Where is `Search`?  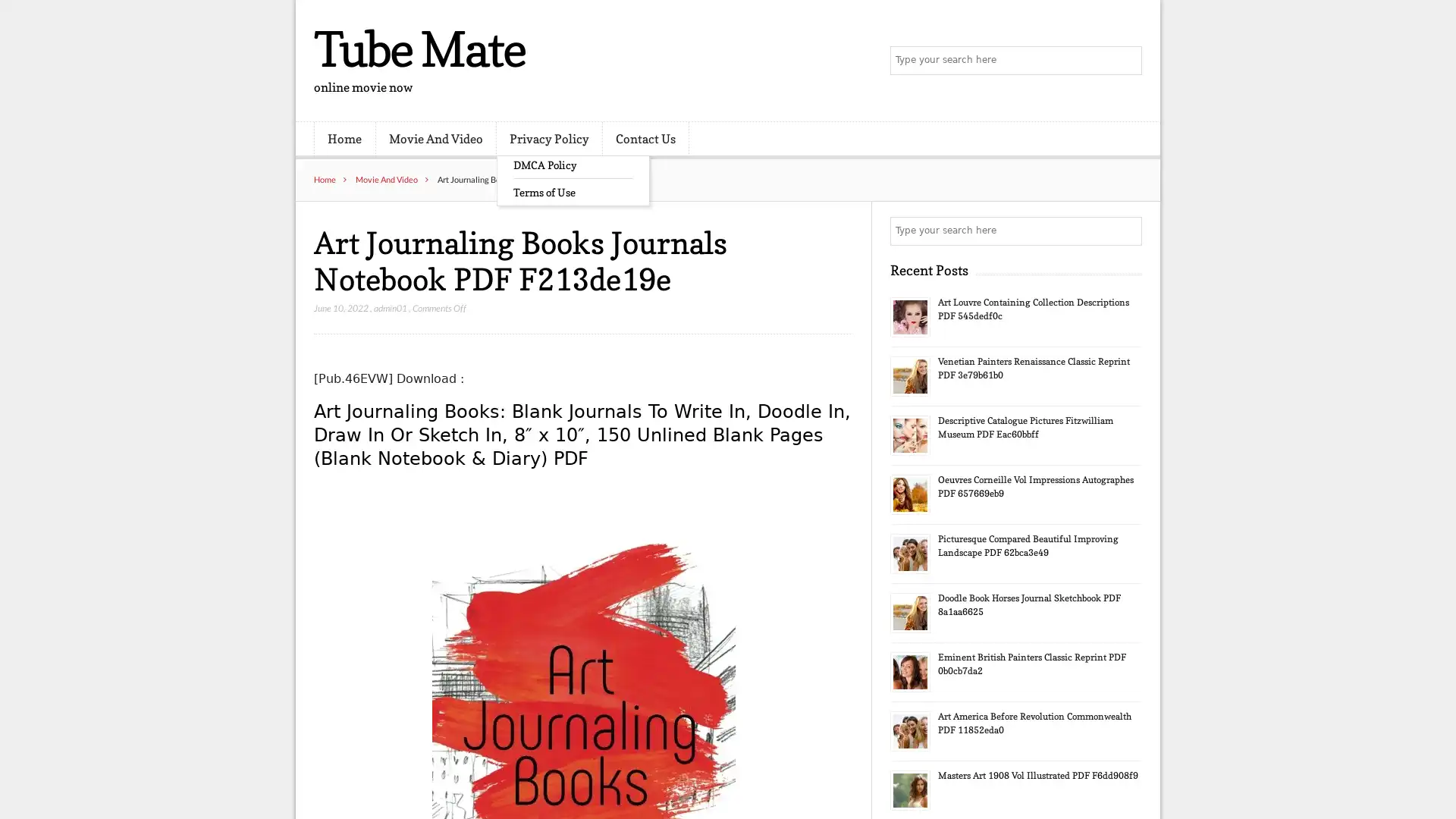 Search is located at coordinates (1126, 61).